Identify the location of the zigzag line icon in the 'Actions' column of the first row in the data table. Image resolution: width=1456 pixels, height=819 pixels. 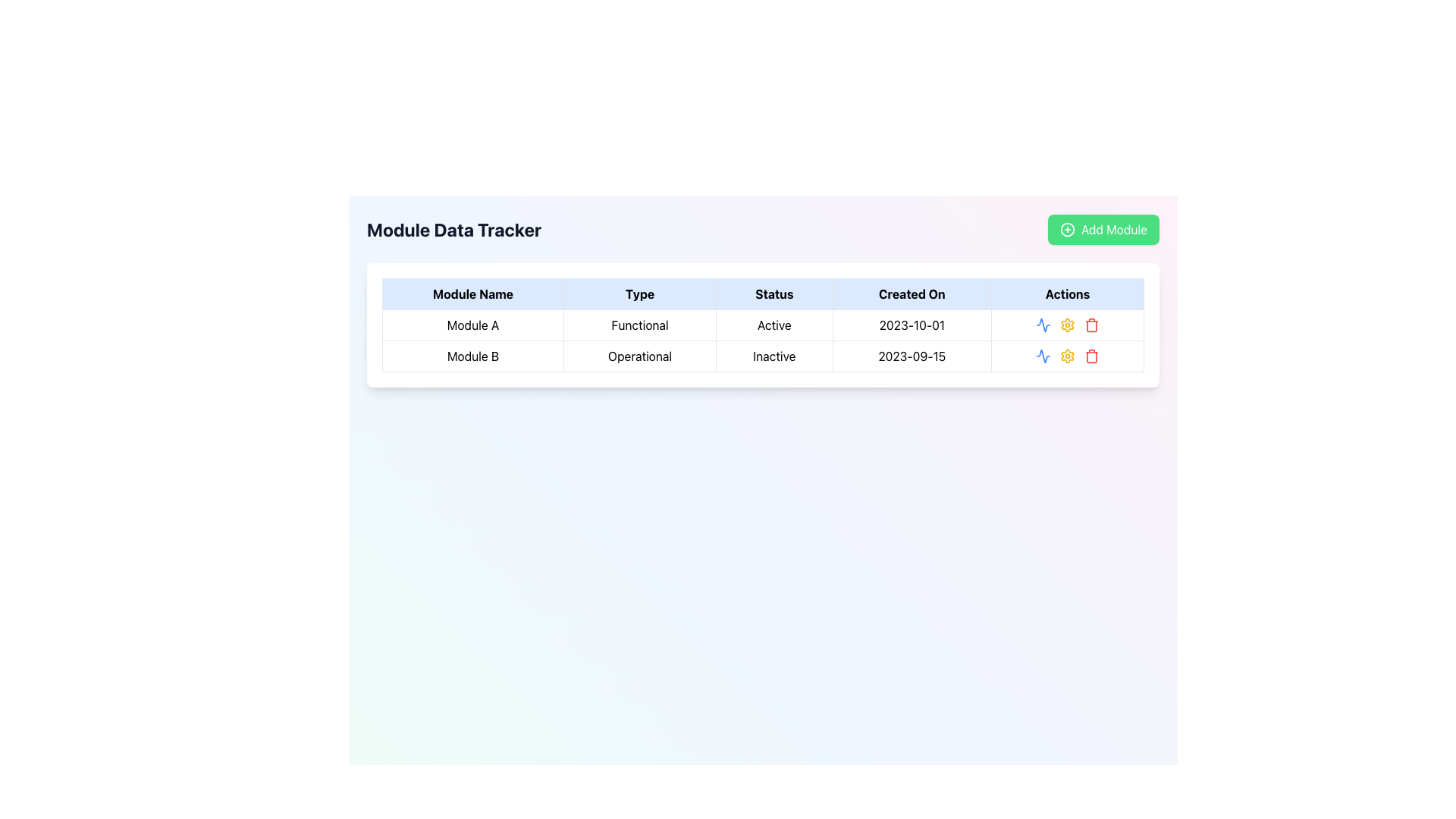
(1043, 356).